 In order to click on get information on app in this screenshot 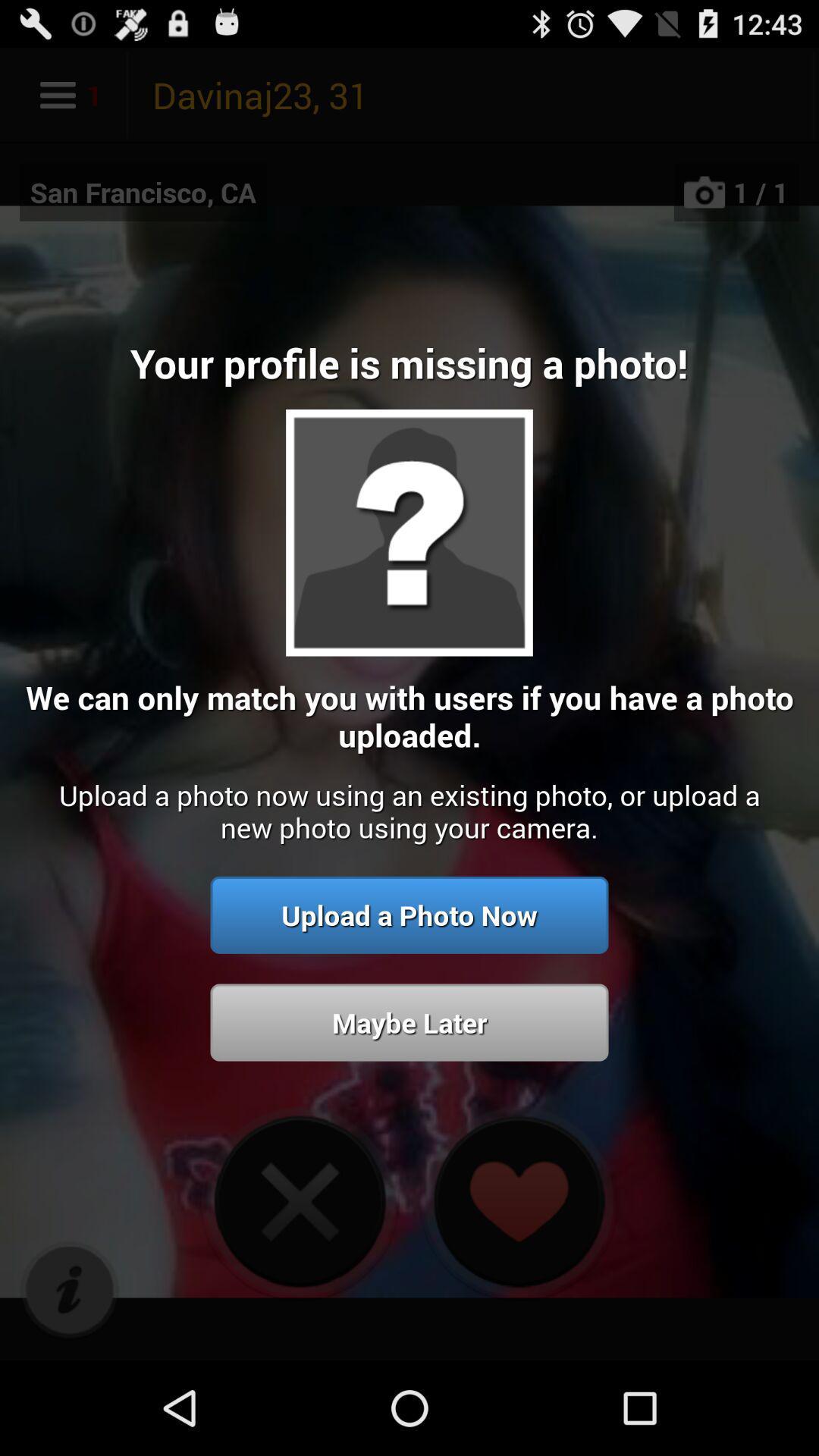, I will do `click(69, 1290)`.